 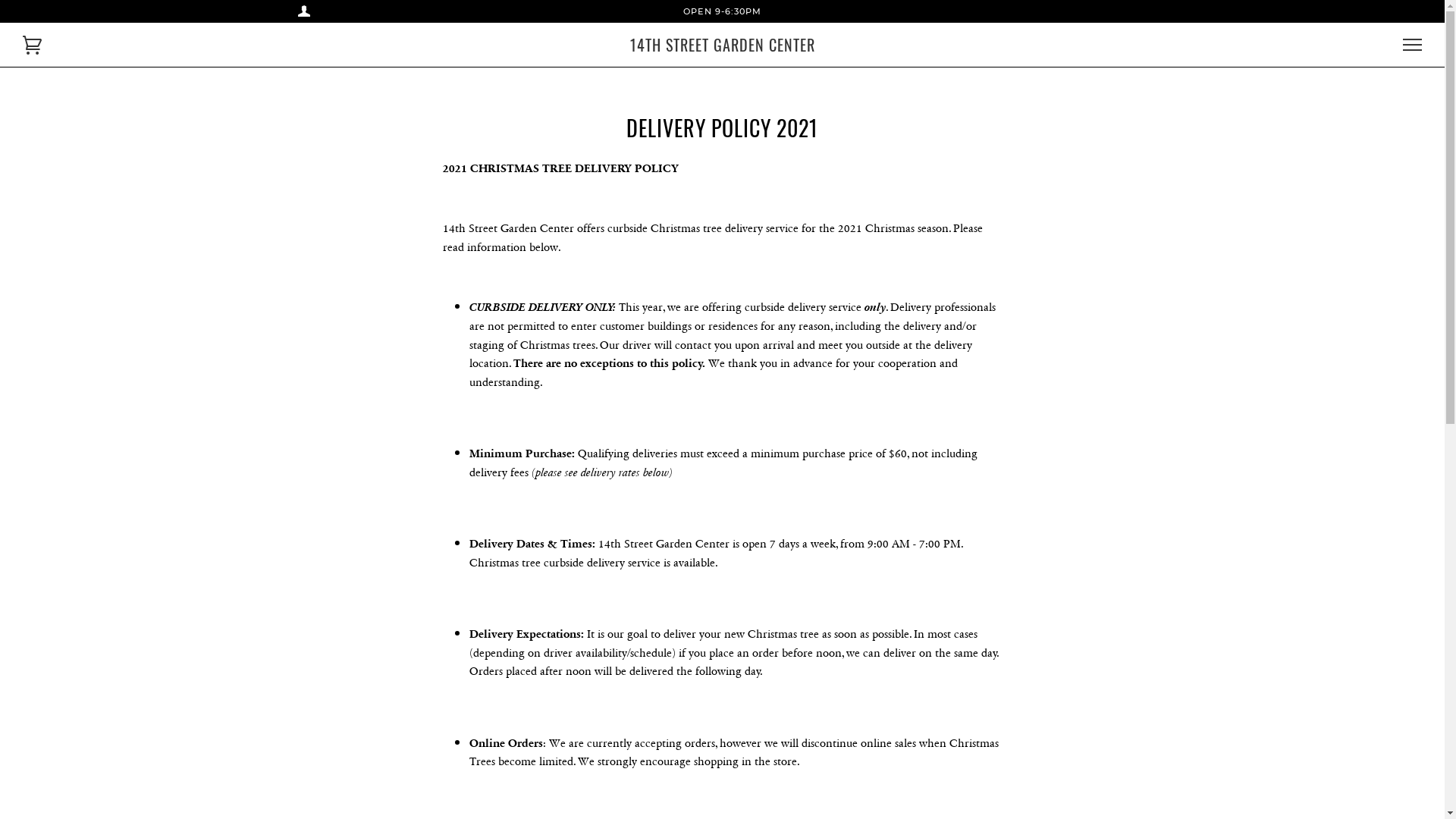 I want to click on '14TH STREET GARDEN CENTER', so click(x=720, y=43).